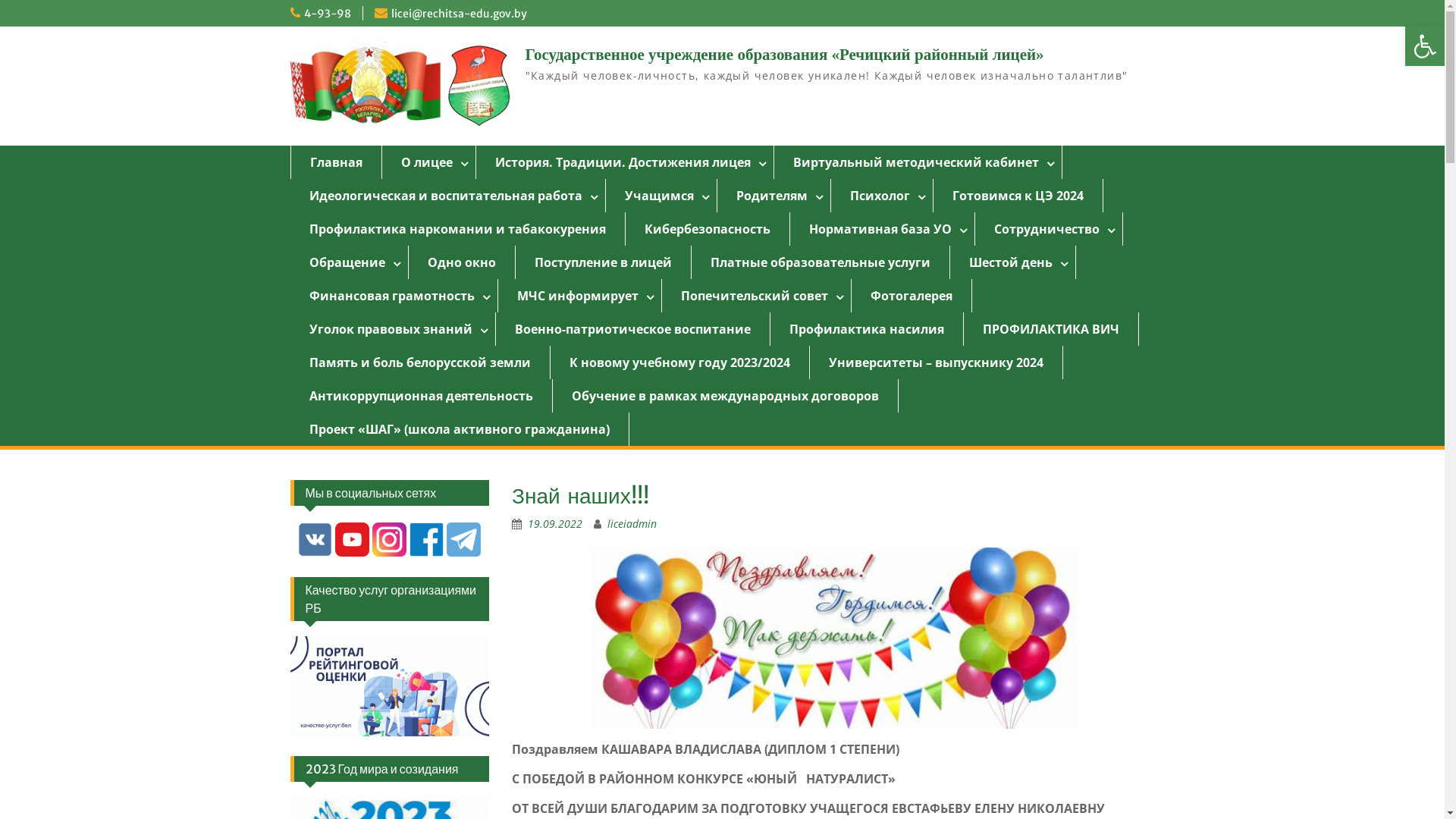 Image resolution: width=1456 pixels, height=819 pixels. What do you see at coordinates (351, 538) in the screenshot?
I see `'youtube'` at bounding box center [351, 538].